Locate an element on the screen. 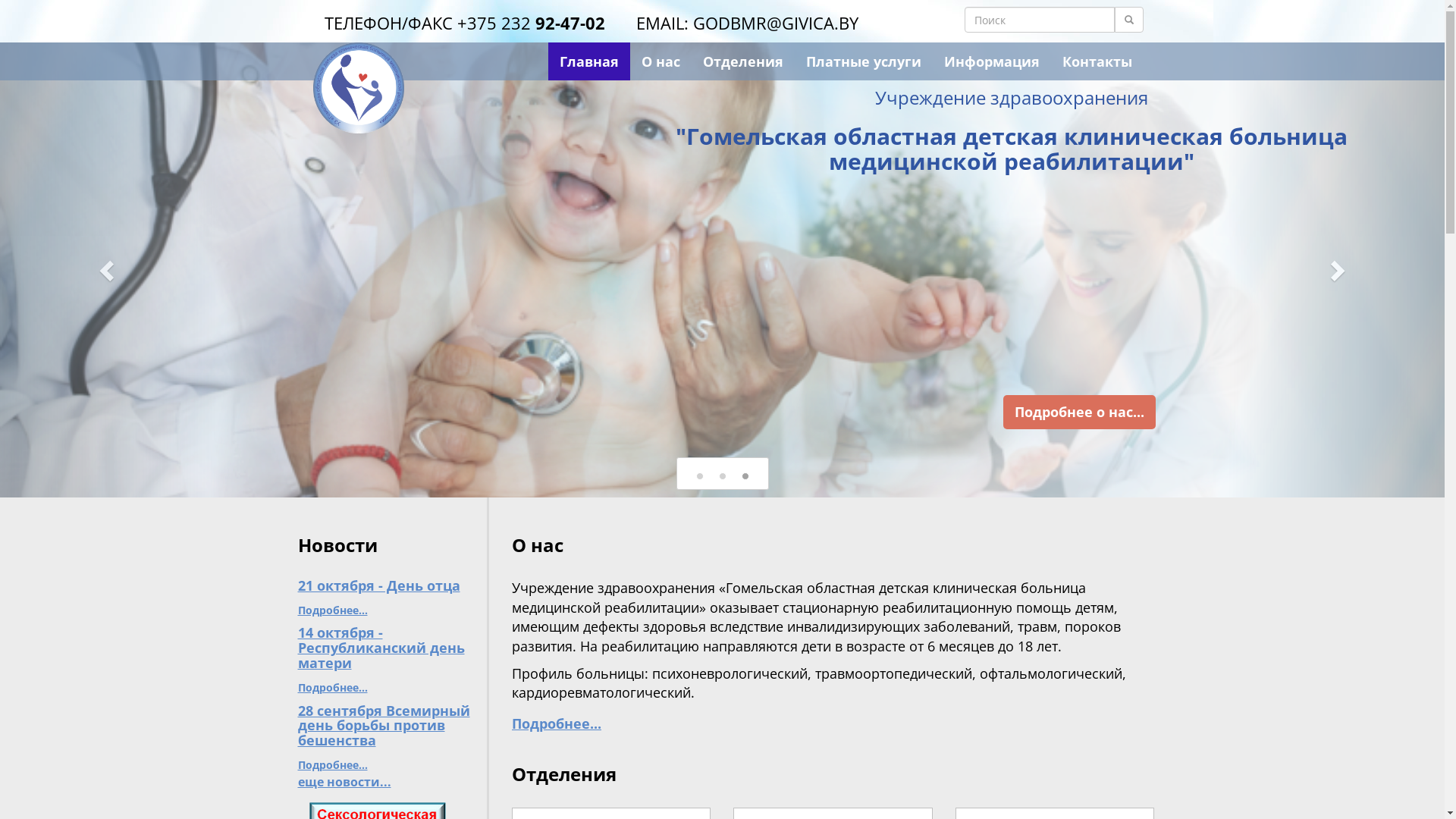  'Next' is located at coordinates (1335, 268).